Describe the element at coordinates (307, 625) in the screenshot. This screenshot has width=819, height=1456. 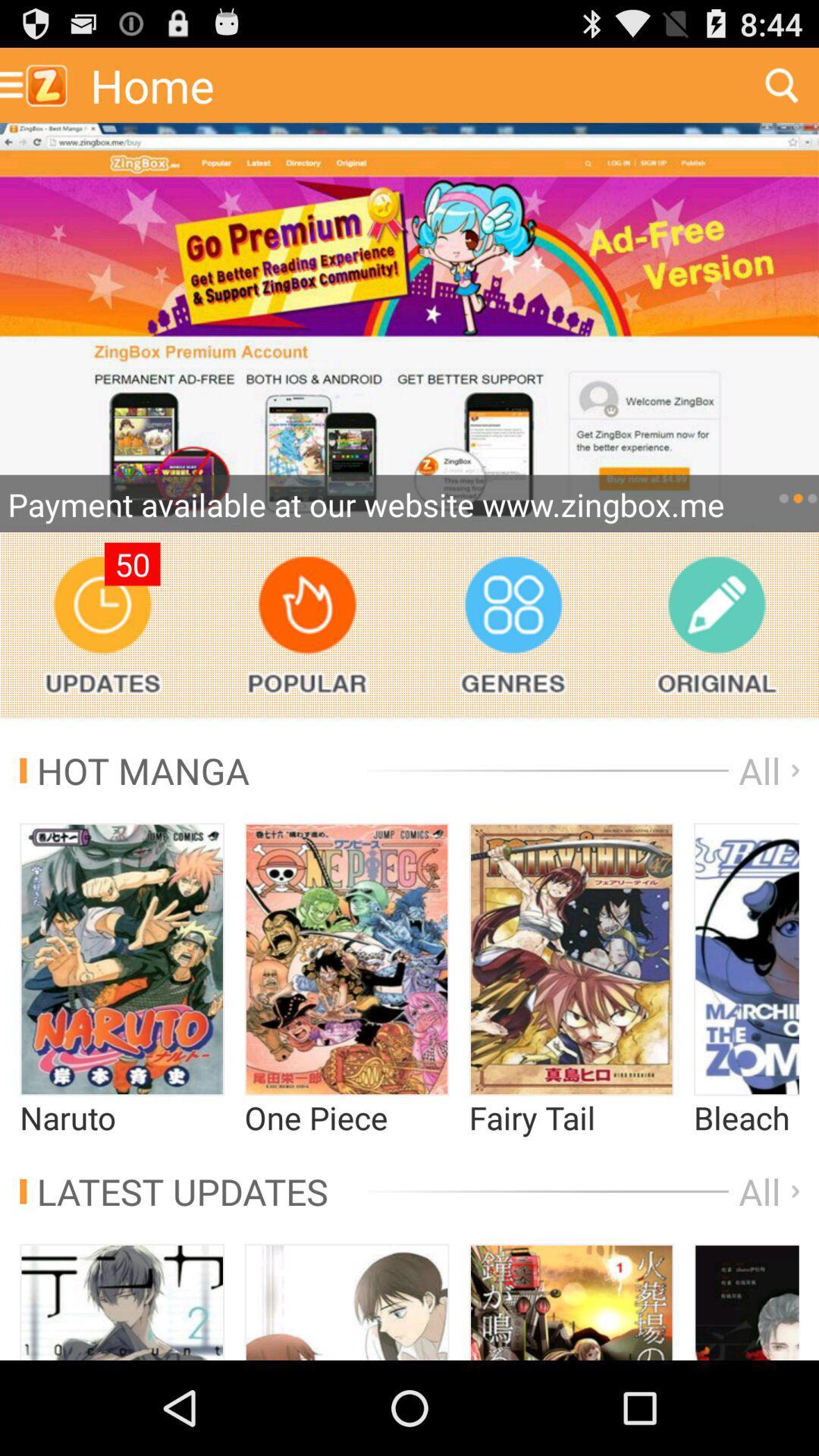
I see `popular` at that location.